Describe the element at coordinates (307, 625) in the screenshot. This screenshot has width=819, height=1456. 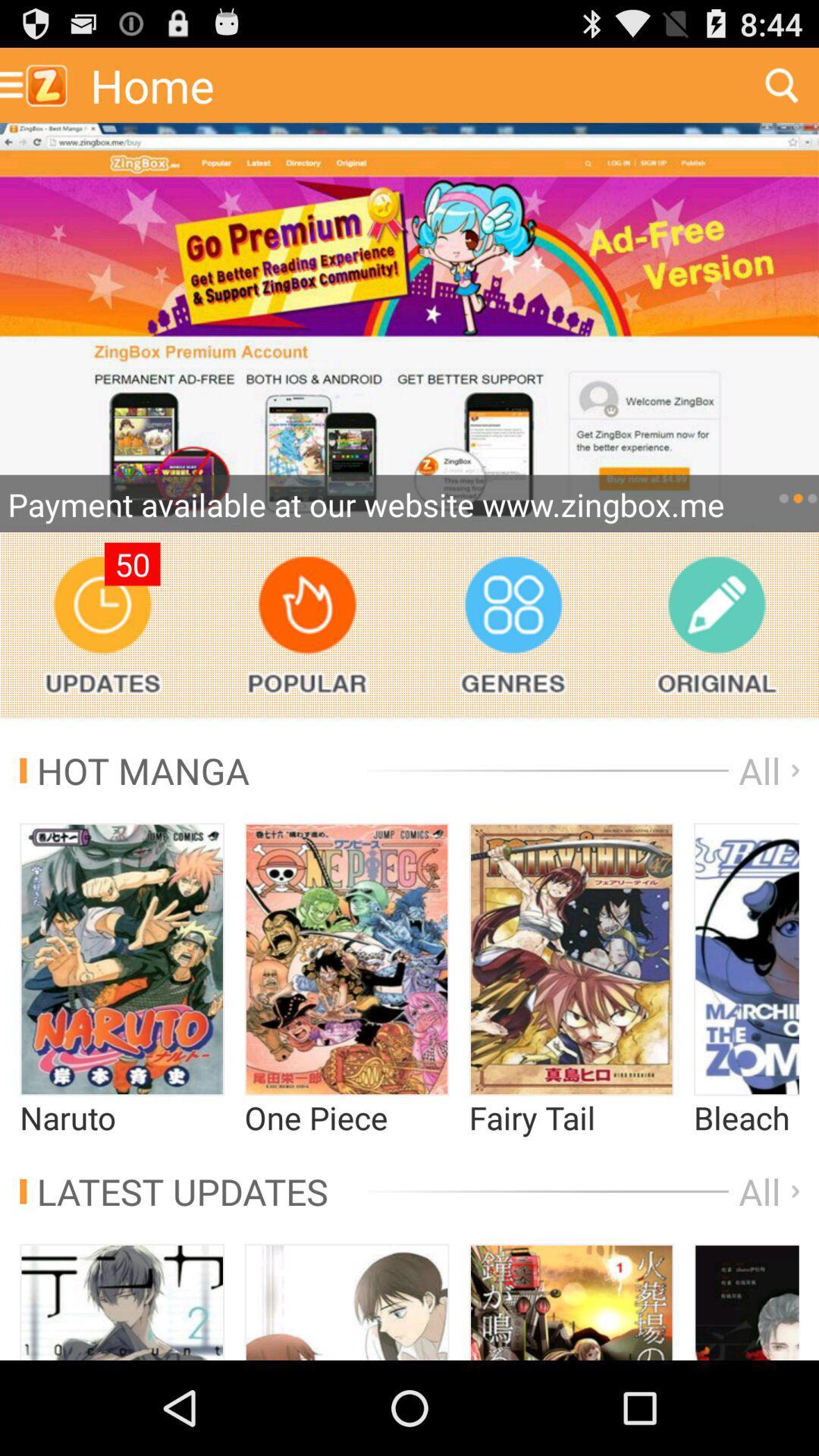
I see `popular` at that location.